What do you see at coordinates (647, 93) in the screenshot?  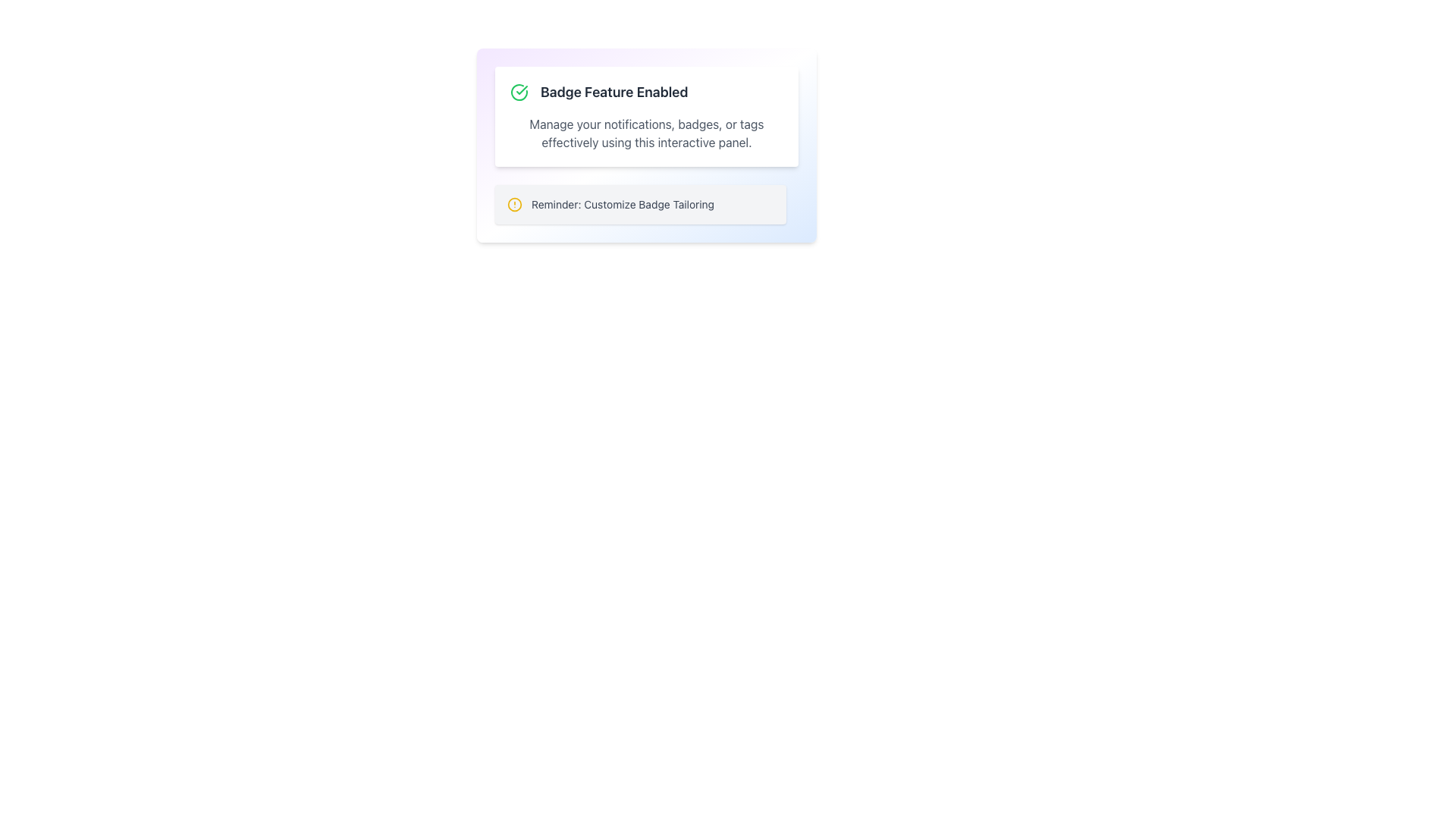 I see `the informational display indicating that the 'Badge Feature' is enabled, which is positioned above the description text and below the 'Toggle Panel' button` at bounding box center [647, 93].